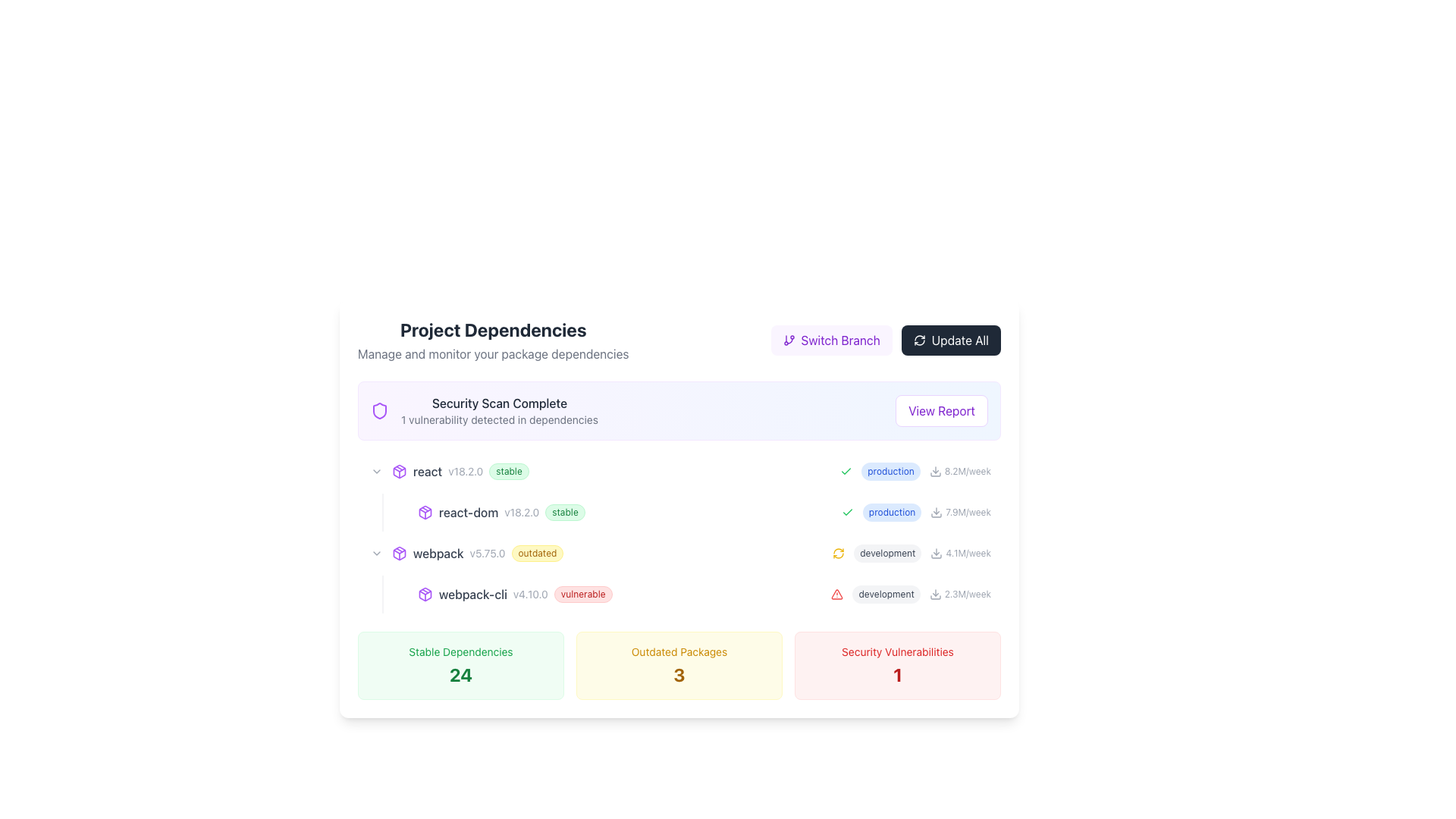 This screenshot has height=819, width=1456. I want to click on the Text display that indicates the completion of a security scan, which is located below the 'Project Dependencies' heading and aligned with the 'View Report' button, so click(499, 411).